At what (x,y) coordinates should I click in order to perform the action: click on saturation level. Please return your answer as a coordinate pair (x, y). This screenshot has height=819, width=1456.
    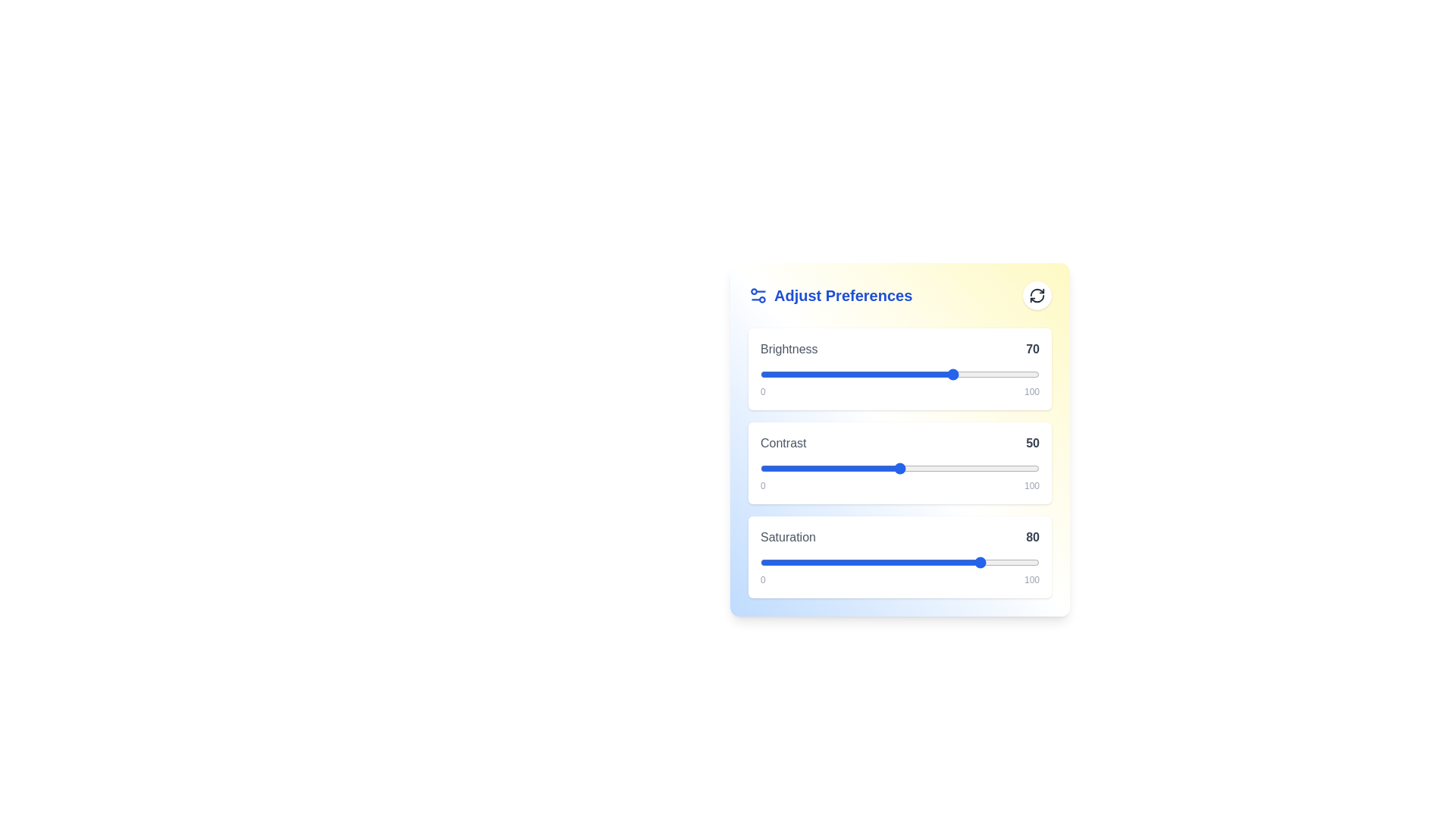
    Looking at the image, I should click on (921, 562).